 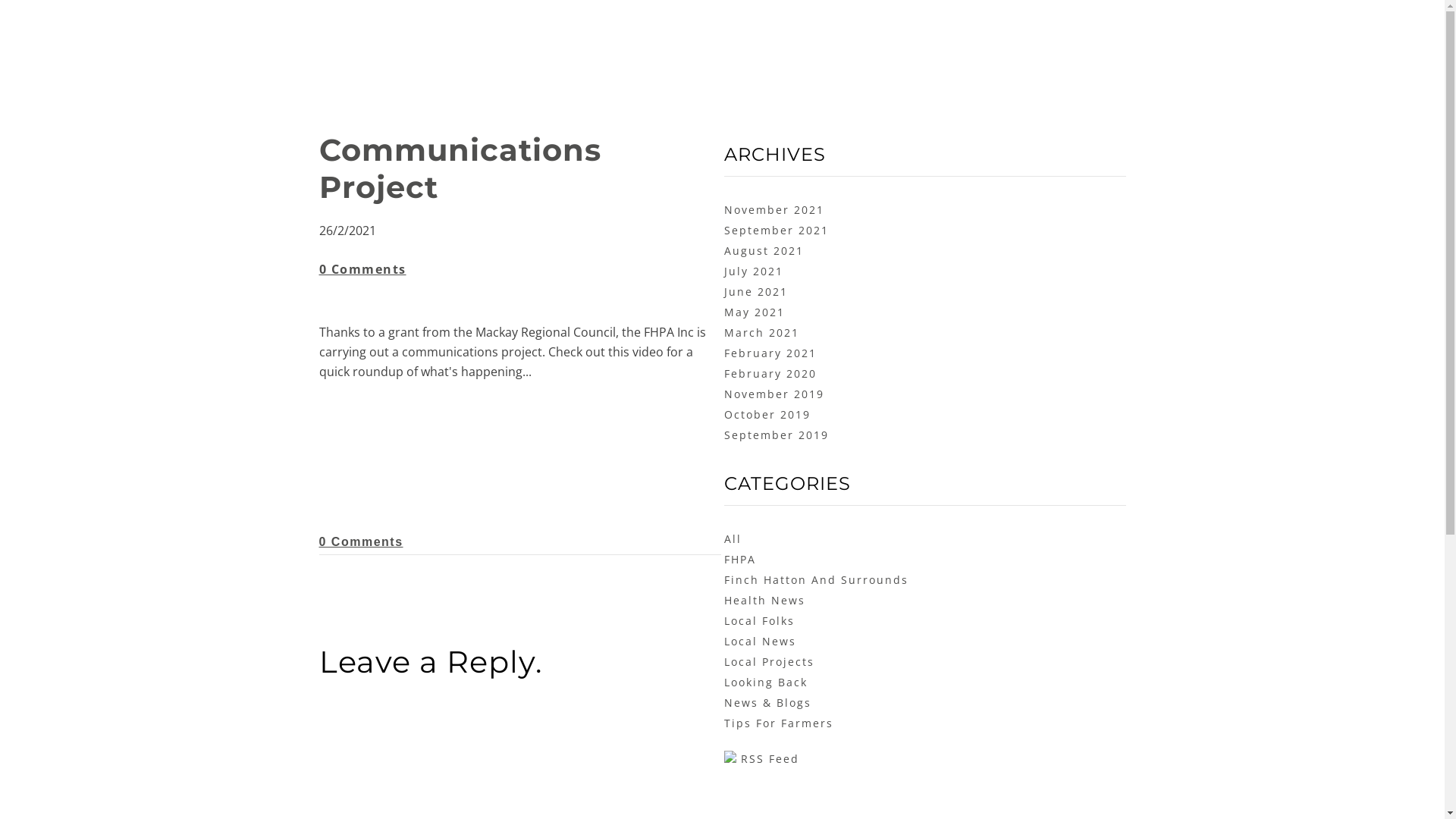 I want to click on '0 Comments', so click(x=359, y=541).